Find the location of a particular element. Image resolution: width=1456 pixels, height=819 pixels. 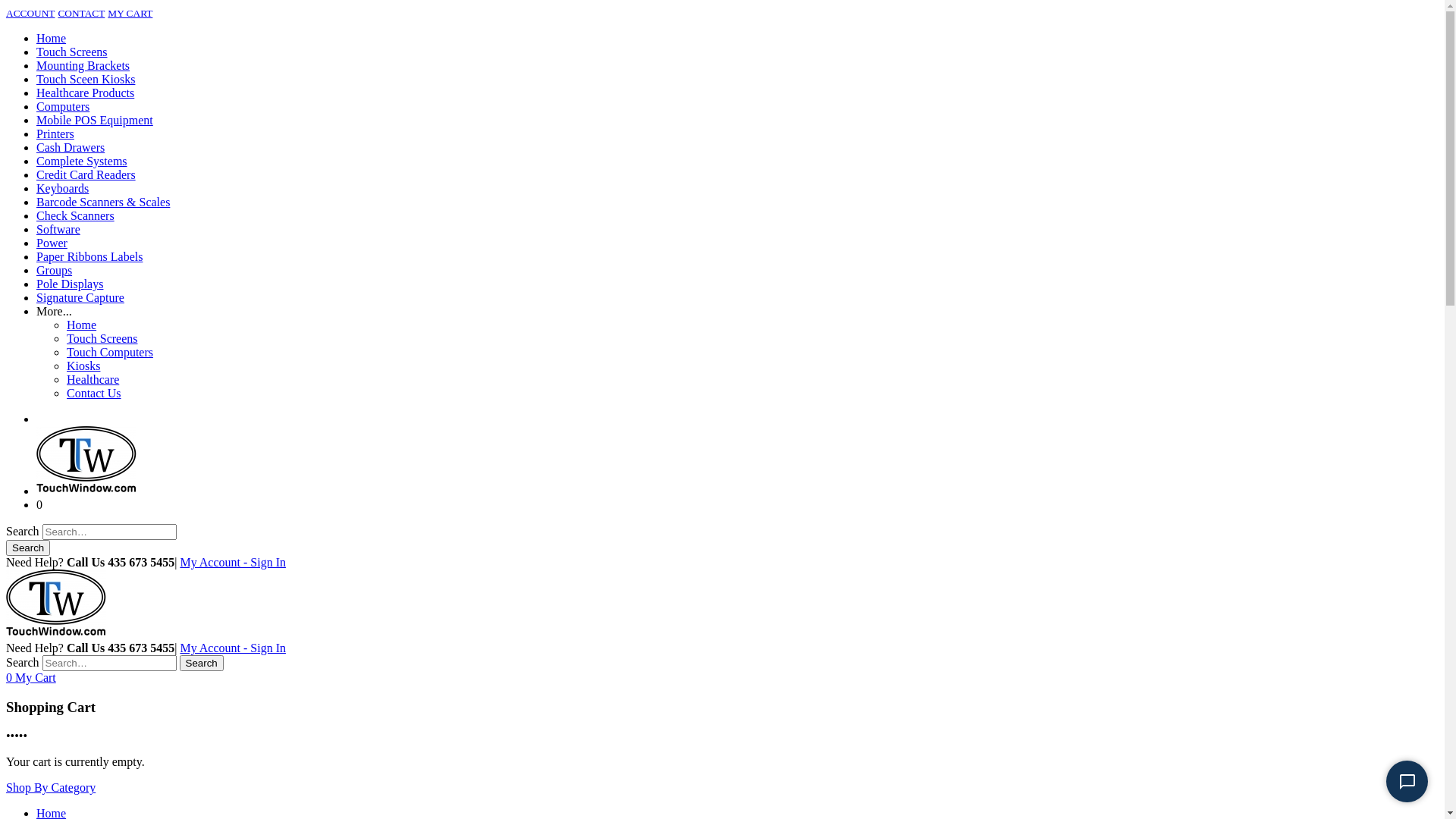

'Power' is located at coordinates (52, 242).